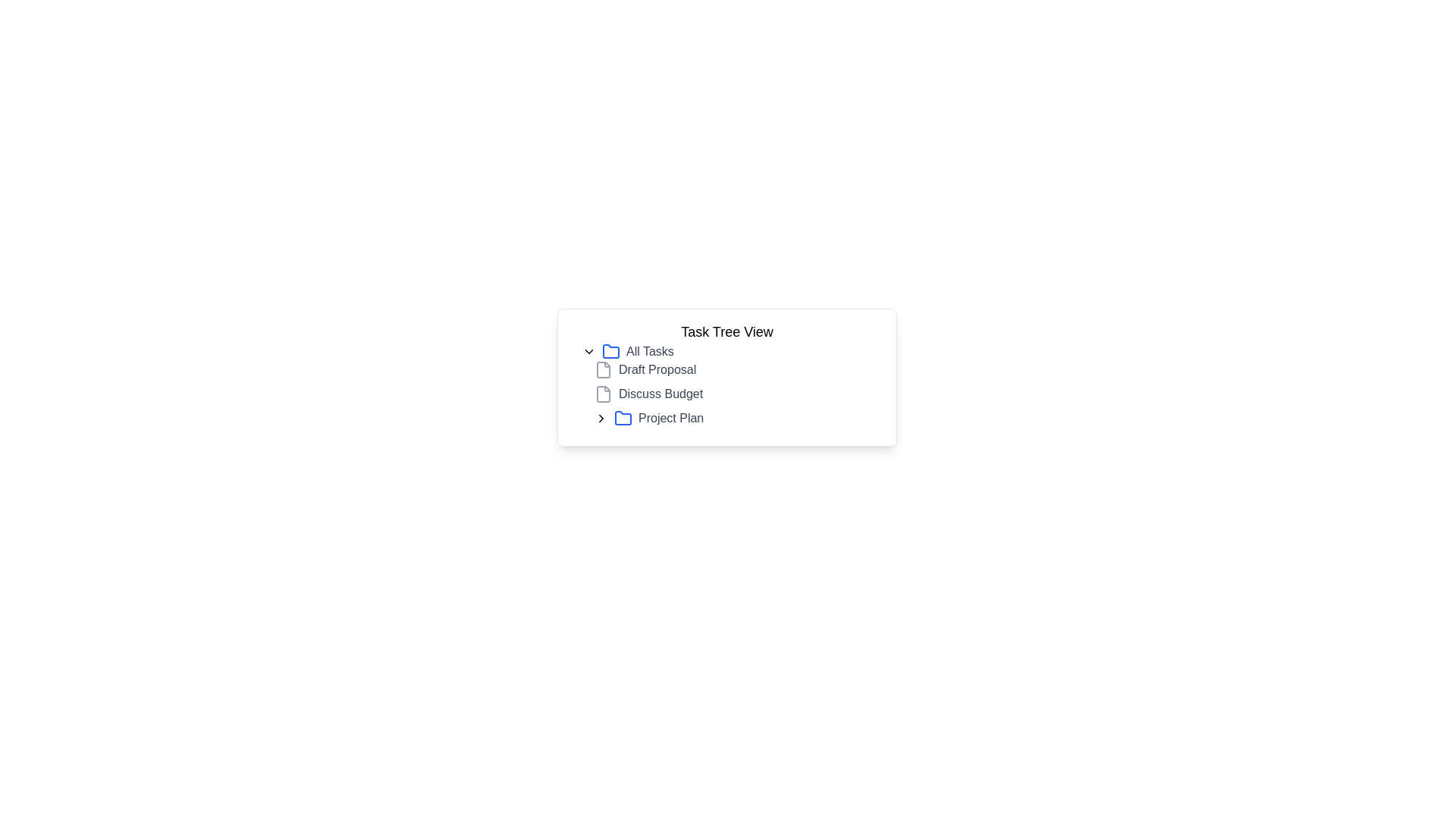  What do you see at coordinates (603, 394) in the screenshot?
I see `the file icon representing the 'Discuss Budget' task in the Task Tree View, which is the third item in the list` at bounding box center [603, 394].